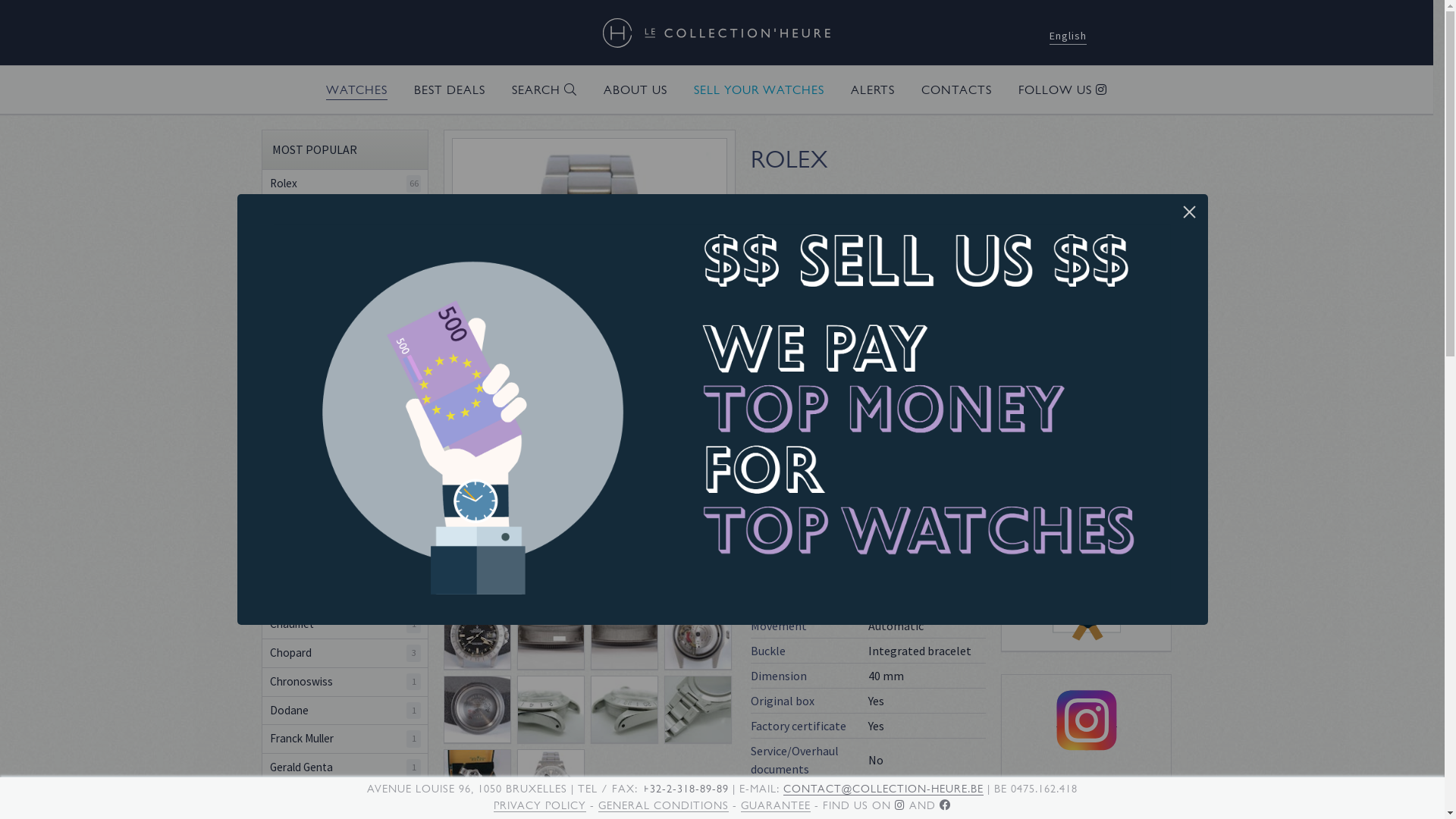  What do you see at coordinates (262, 681) in the screenshot?
I see `'Chronoswiss` at bounding box center [262, 681].